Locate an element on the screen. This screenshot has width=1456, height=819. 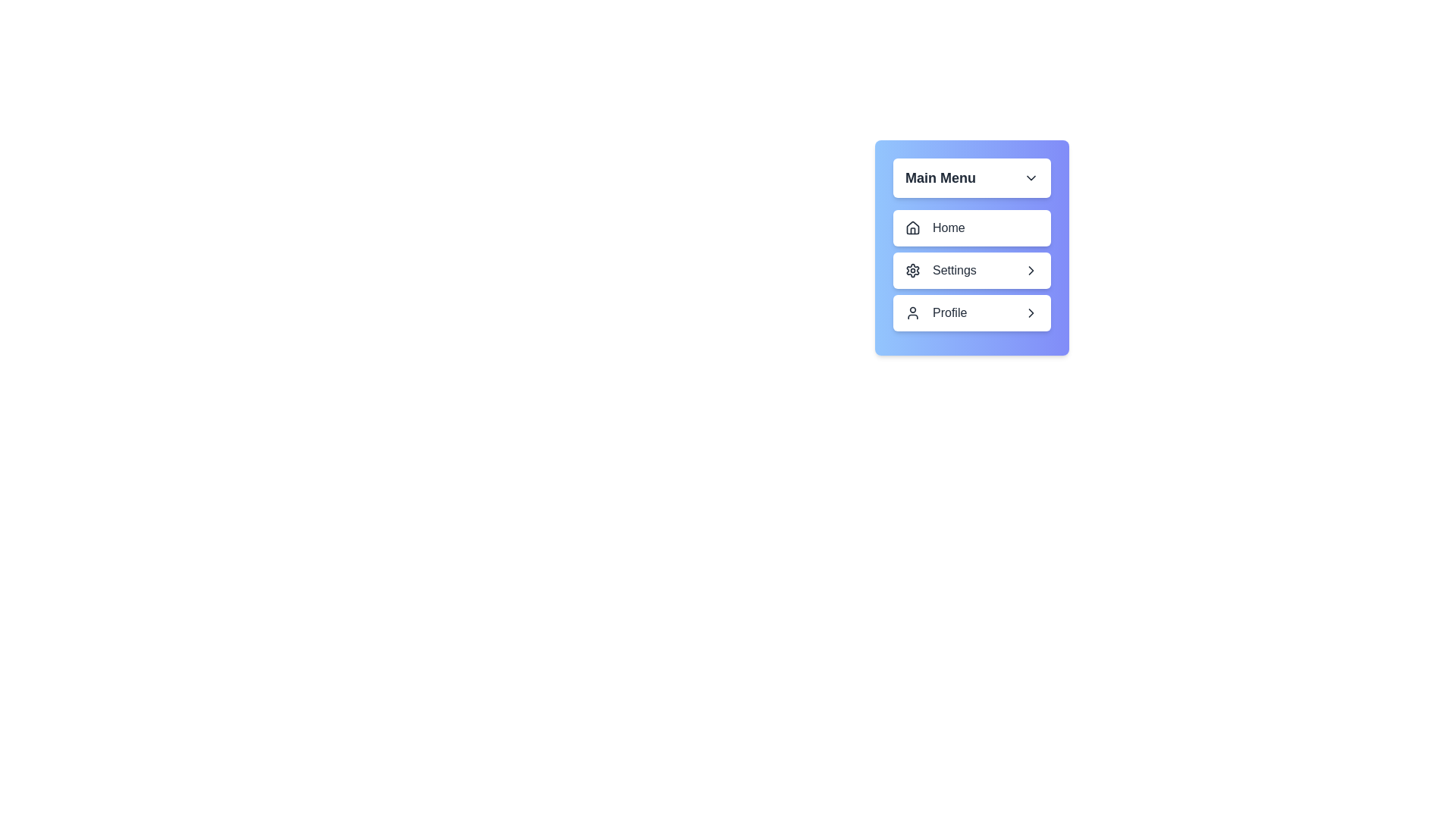
the submenu option Notifications under the menu item Profile is located at coordinates (971, 312).